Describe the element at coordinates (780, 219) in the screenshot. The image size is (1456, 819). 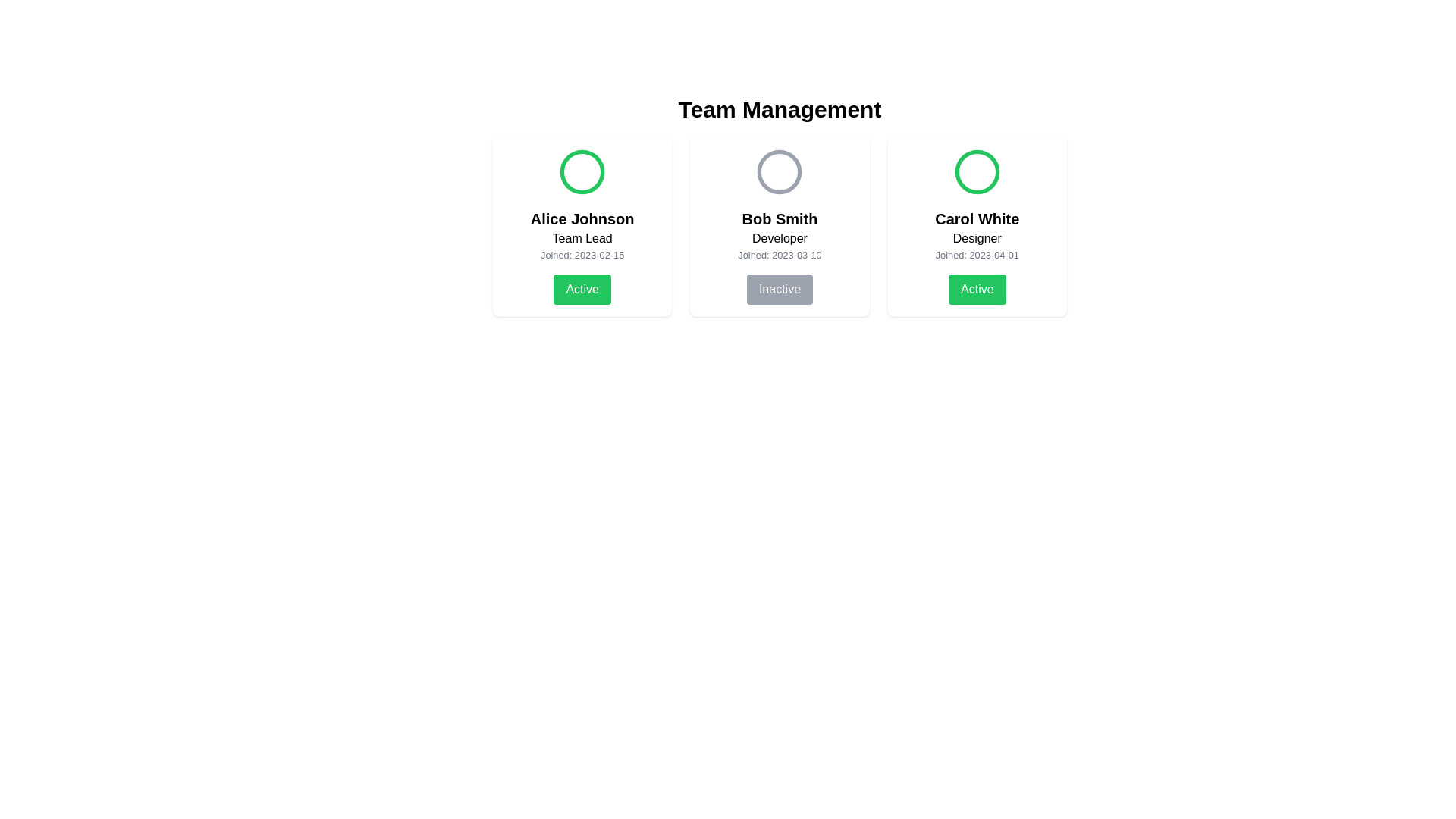
I see `the title text label that identifies the individual associated with the card content, located in the second card among three horizontally aligned cards, near the top of the card` at that location.